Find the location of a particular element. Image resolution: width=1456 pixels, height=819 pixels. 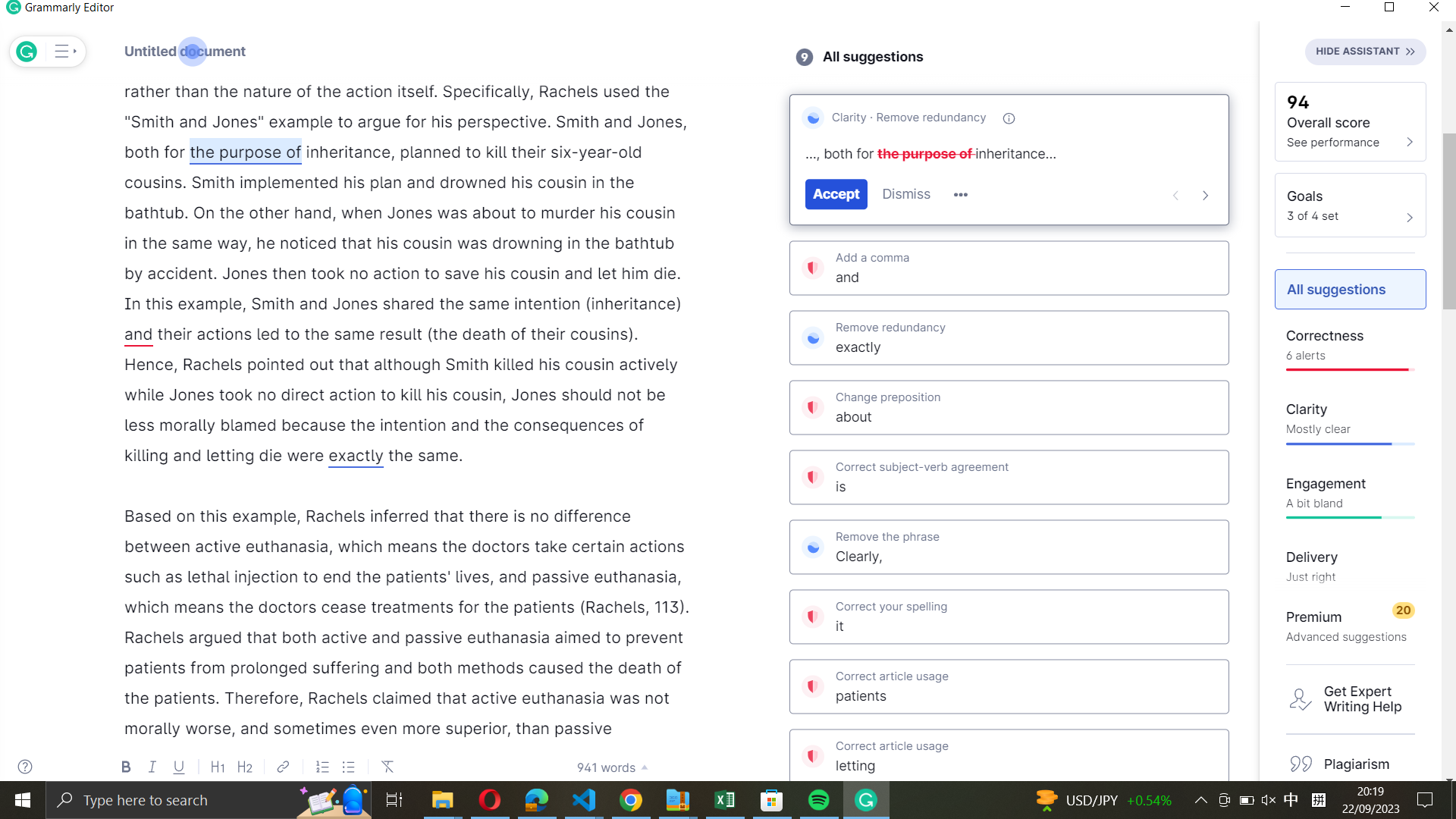

Fix "the purpose of" to Grammarly"s suggested clarity is located at coordinates (834, 193).